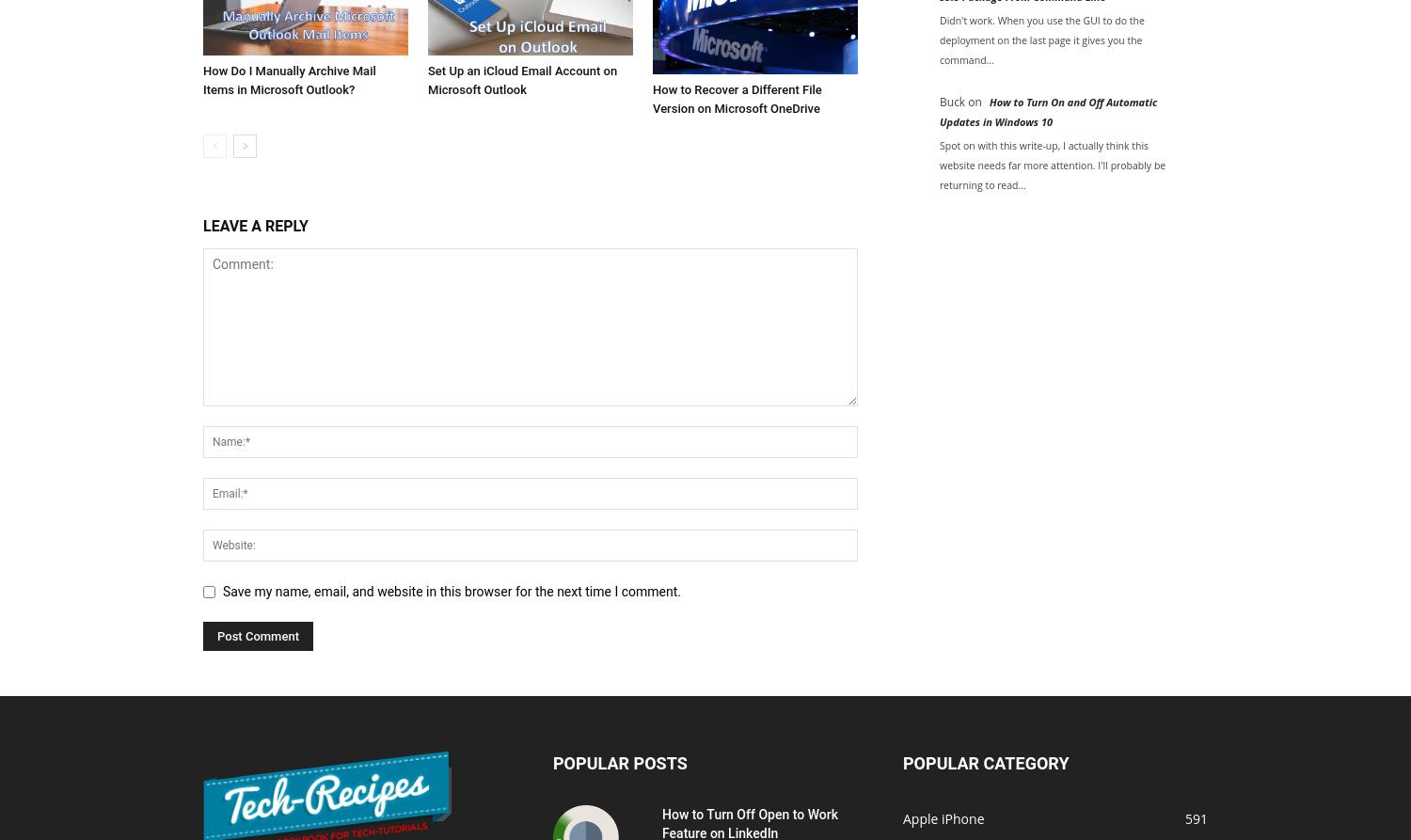 This screenshot has height=840, width=1411. Describe the element at coordinates (552, 761) in the screenshot. I see `'POPULAR POSTS'` at that location.